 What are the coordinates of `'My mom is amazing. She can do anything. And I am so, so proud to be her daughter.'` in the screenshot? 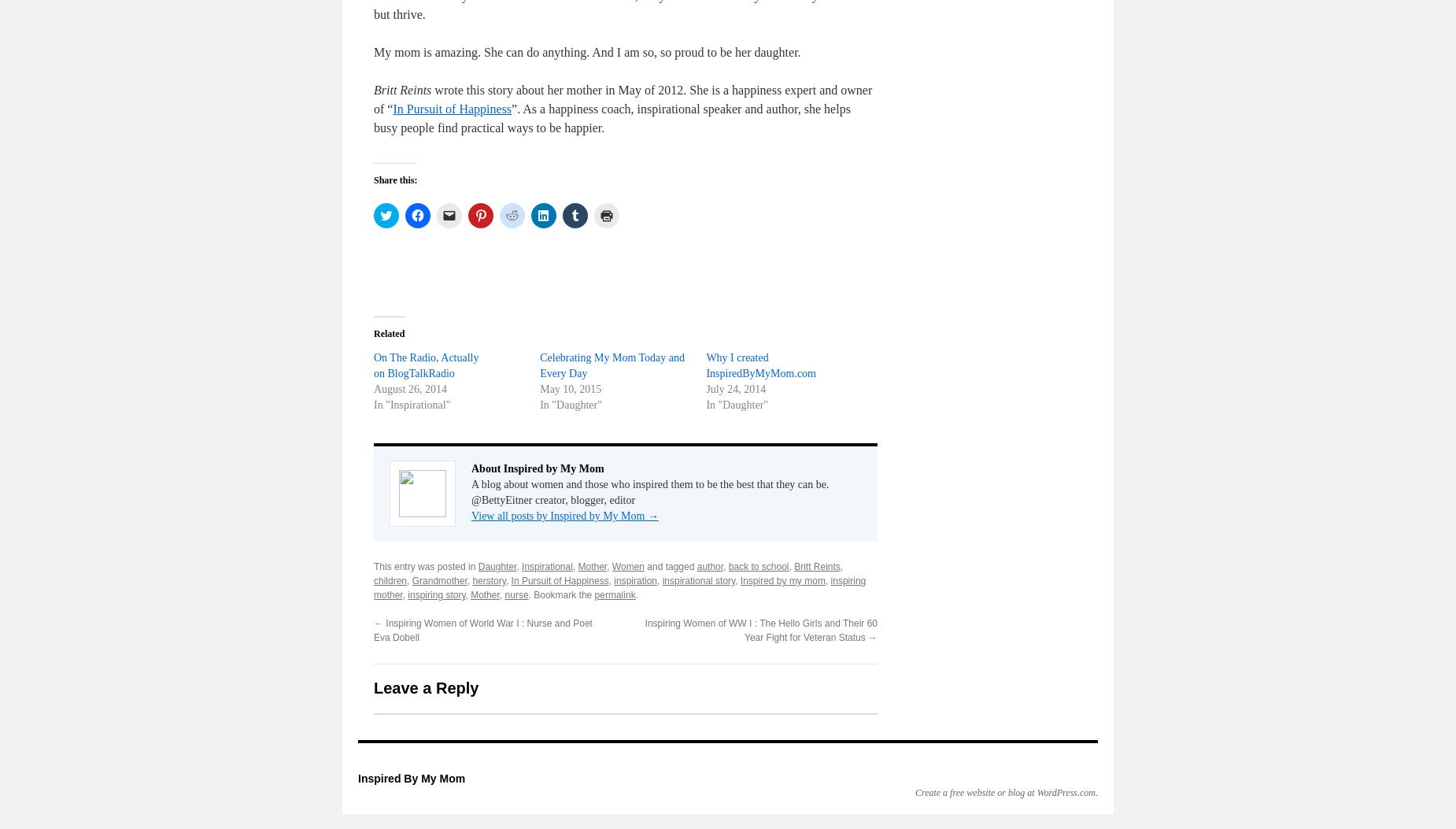 It's located at (374, 51).